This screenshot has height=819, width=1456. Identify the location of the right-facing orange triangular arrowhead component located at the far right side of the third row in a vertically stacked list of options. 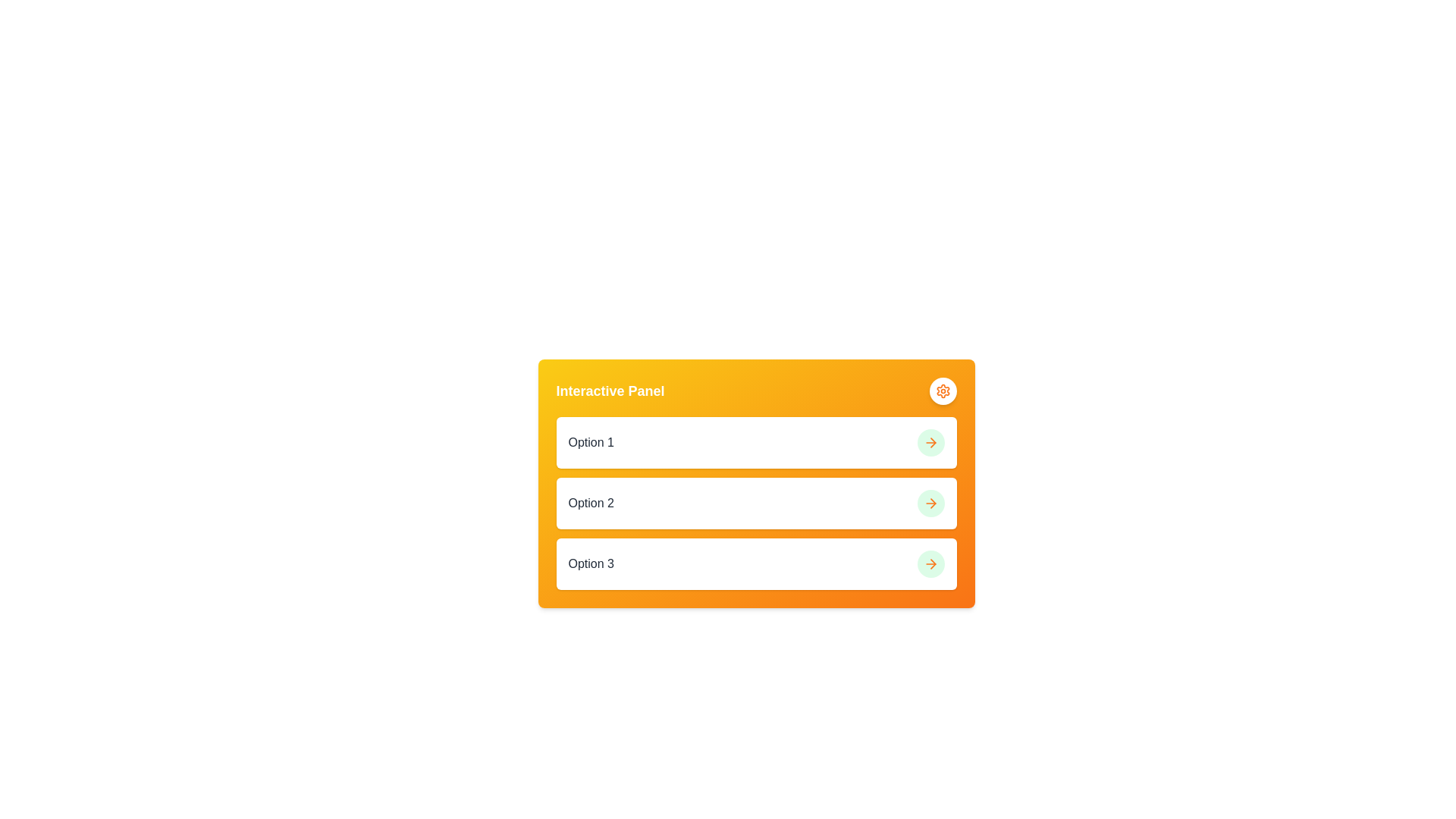
(932, 564).